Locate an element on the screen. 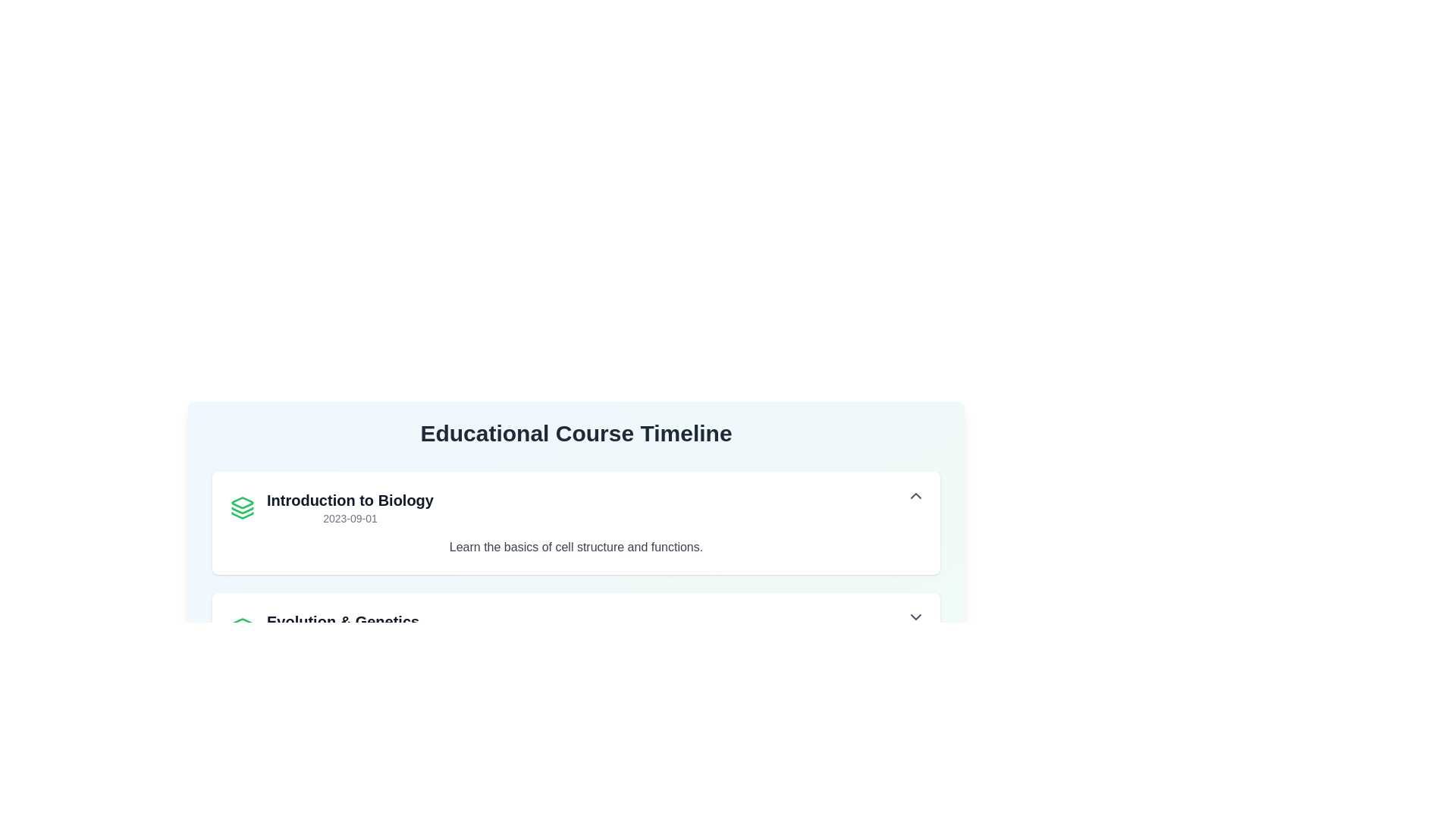 The image size is (1456, 819). the downward-pointing chevron icon styled in dark gray, located at the top-right corner of the 'Evolution & Genetics' card, to observe hover effects is located at coordinates (915, 617).